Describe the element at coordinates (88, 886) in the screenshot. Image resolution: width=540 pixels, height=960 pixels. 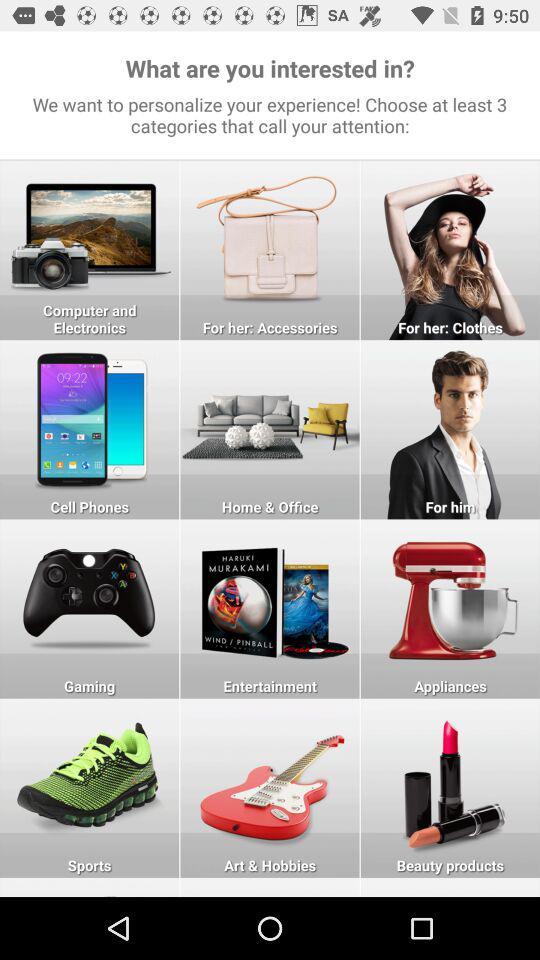
I see `units bottom line` at that location.